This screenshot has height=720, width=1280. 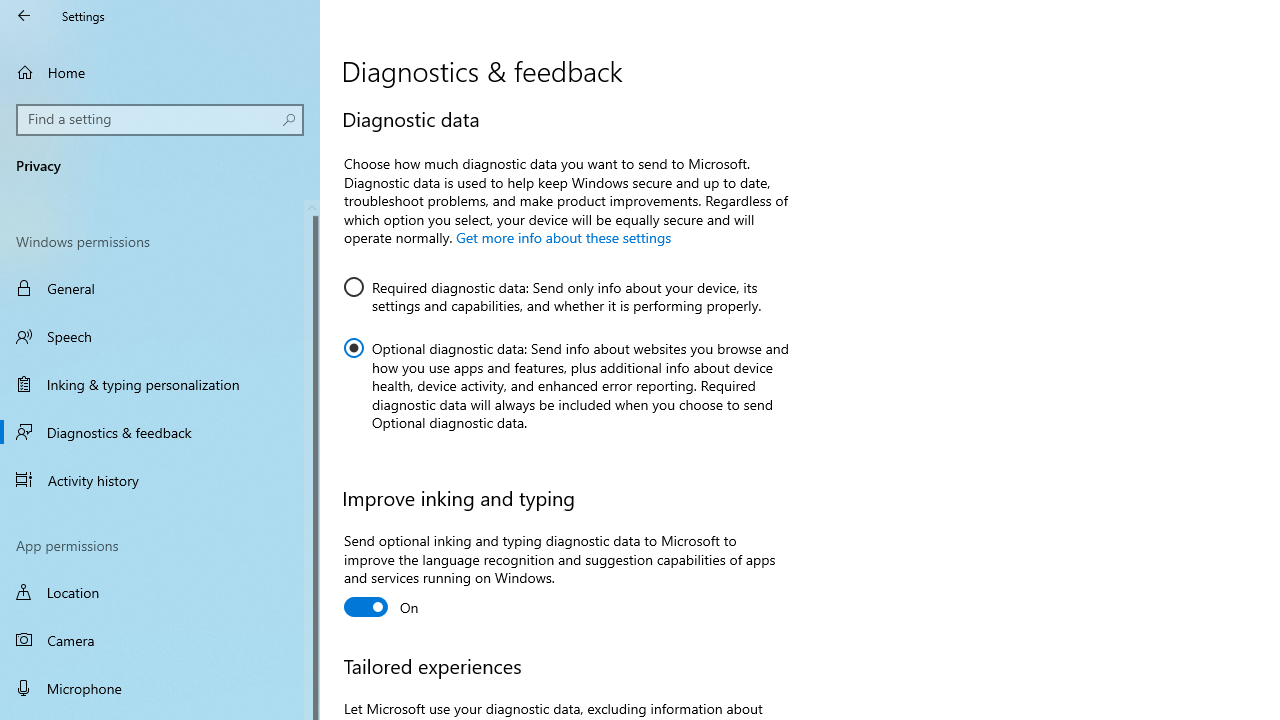 What do you see at coordinates (160, 288) in the screenshot?
I see `'General'` at bounding box center [160, 288].